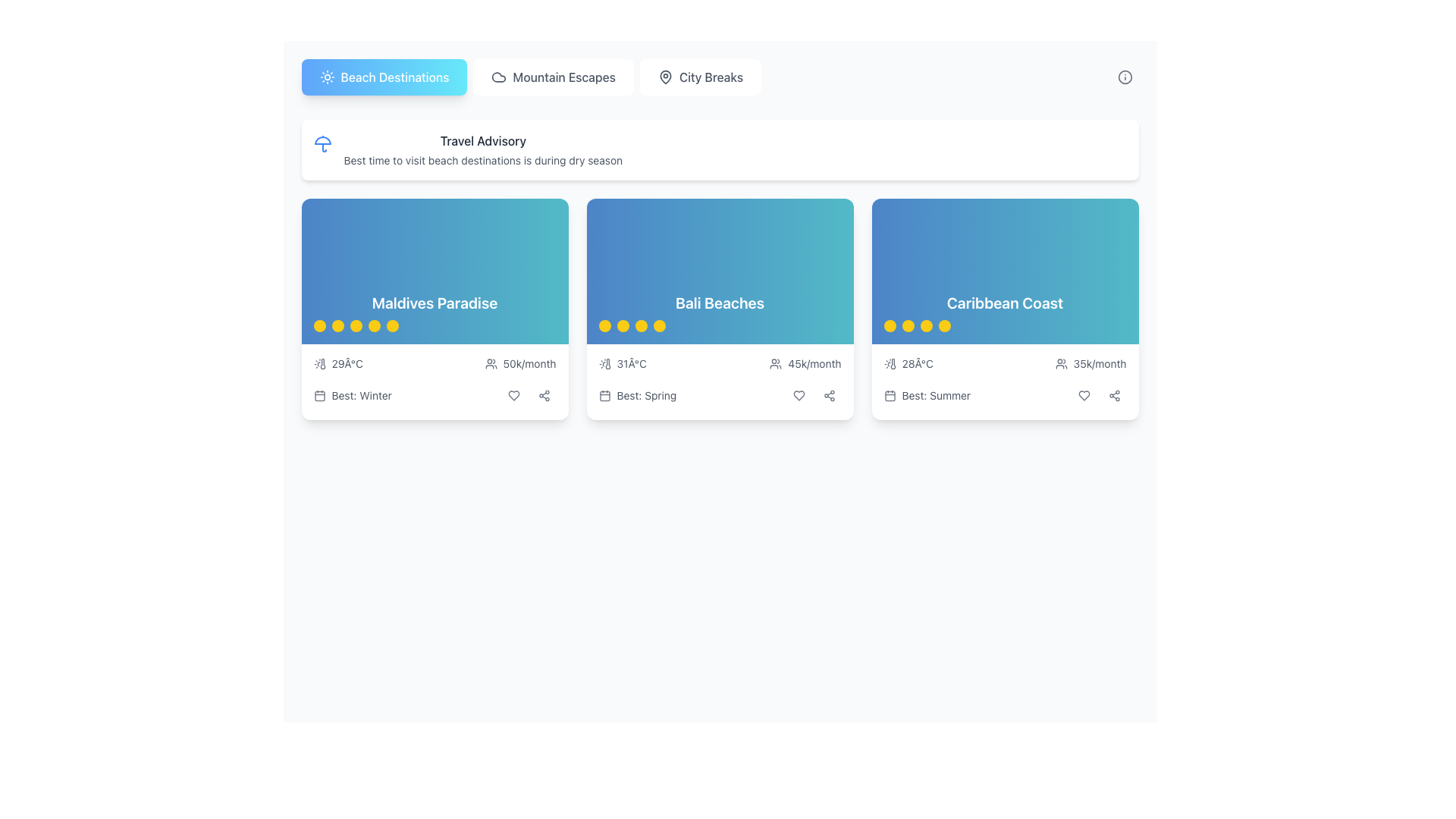  I want to click on the text and calendar icon combination labeled 'Best: Spring' located in the bottom section of the 'Bali Beaches' card, so click(637, 394).